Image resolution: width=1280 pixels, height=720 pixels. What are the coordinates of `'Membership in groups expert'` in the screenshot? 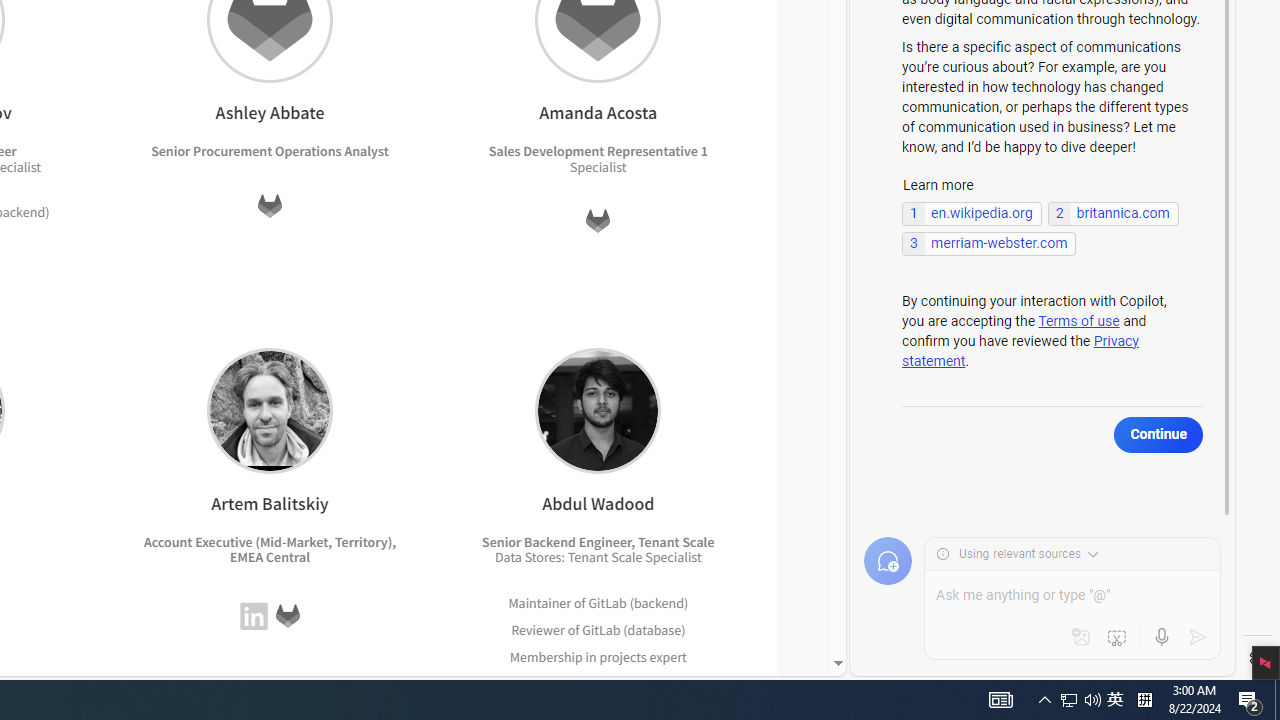 It's located at (598, 682).